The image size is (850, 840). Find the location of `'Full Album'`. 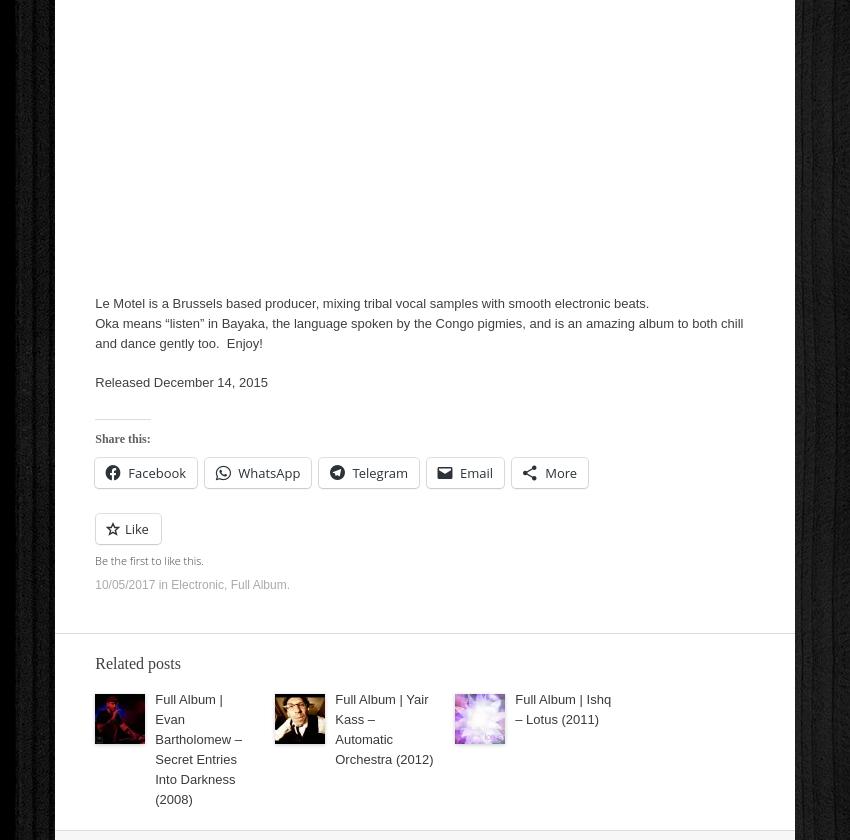

'Full Album' is located at coordinates (256, 584).